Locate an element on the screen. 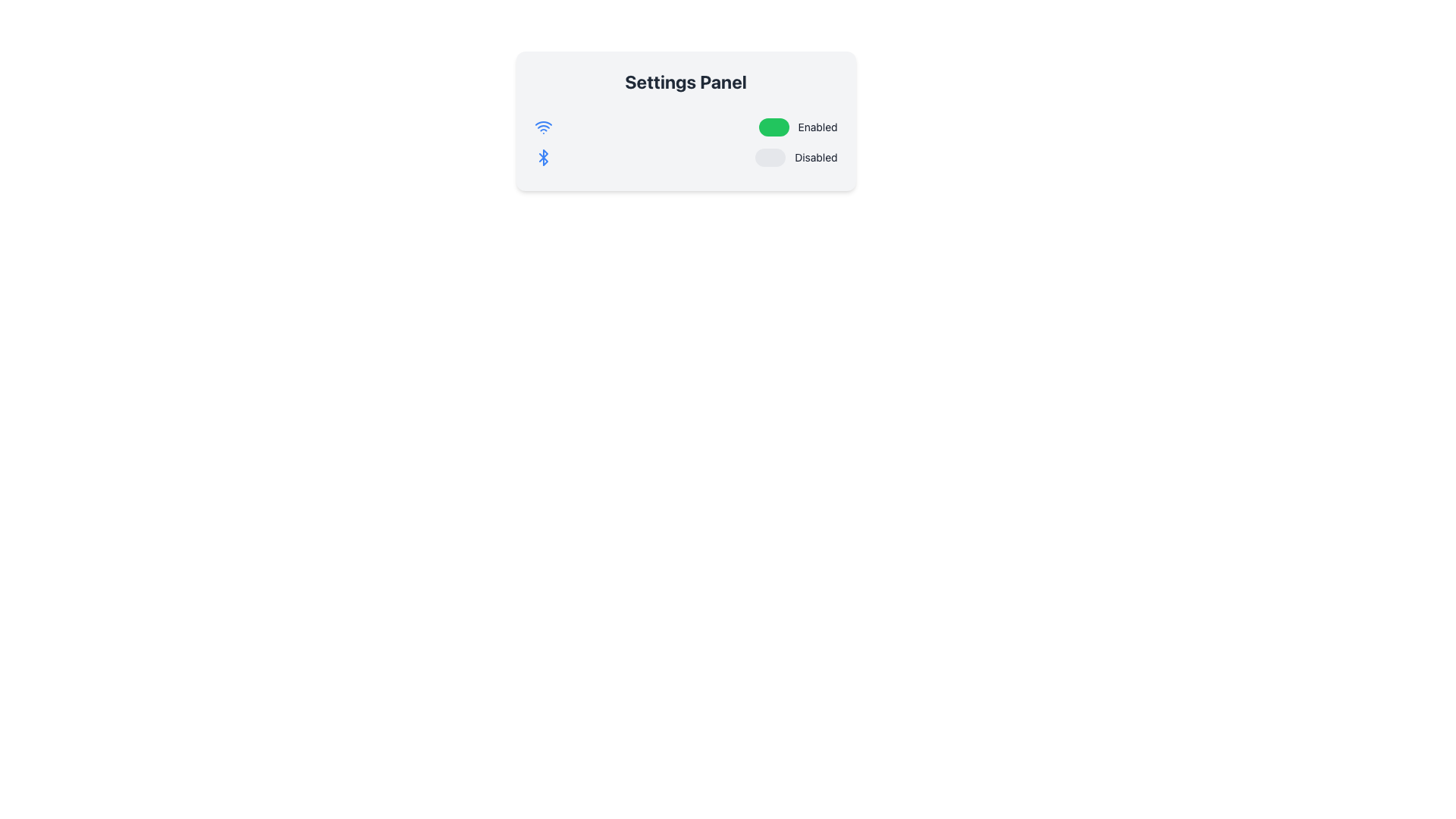  the light blue Bluetooth icon located to the left of the 'Disabled' toggle switch is located at coordinates (543, 158).